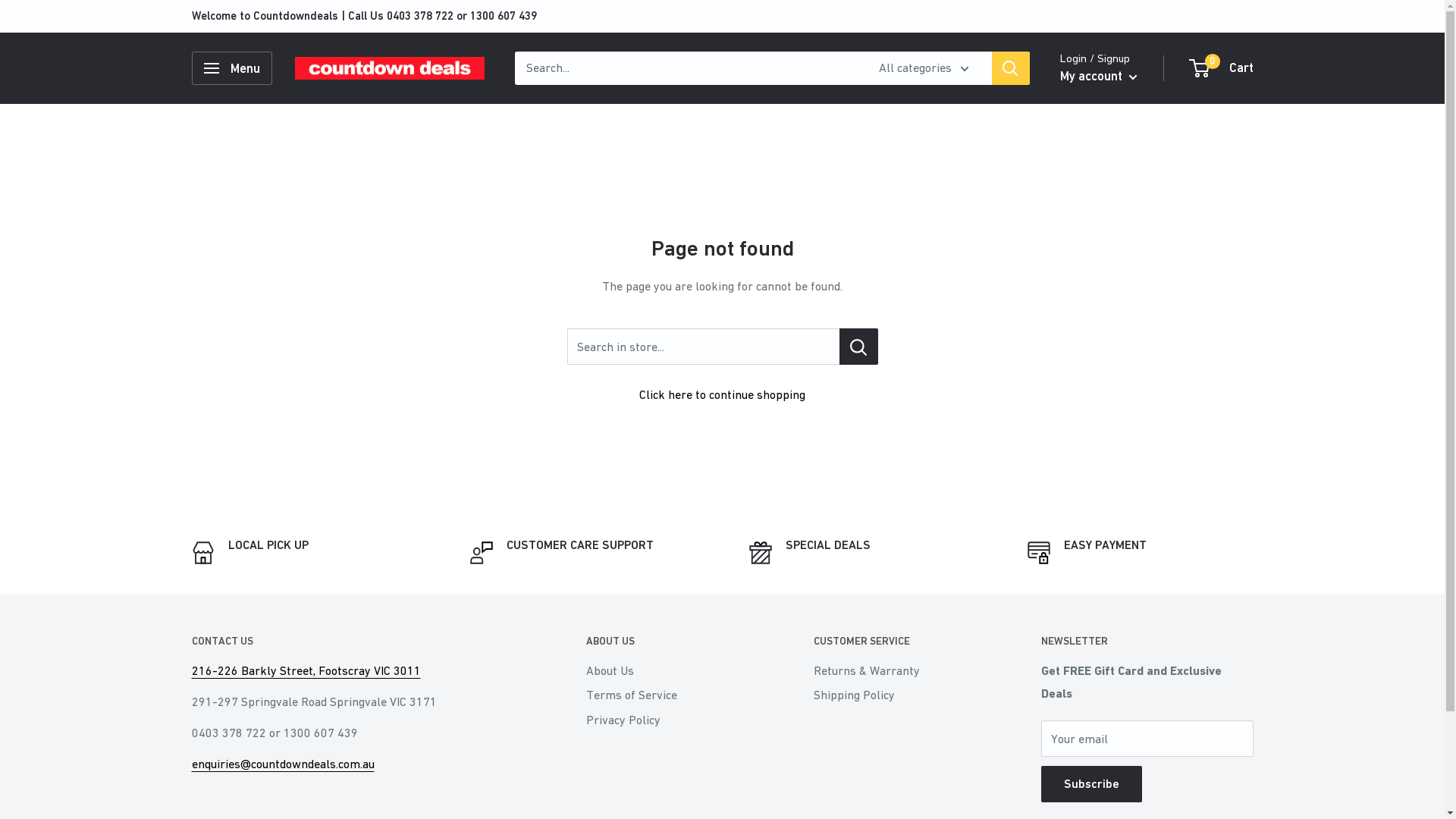 The height and width of the screenshot is (819, 1456). I want to click on '0, so click(1222, 67).